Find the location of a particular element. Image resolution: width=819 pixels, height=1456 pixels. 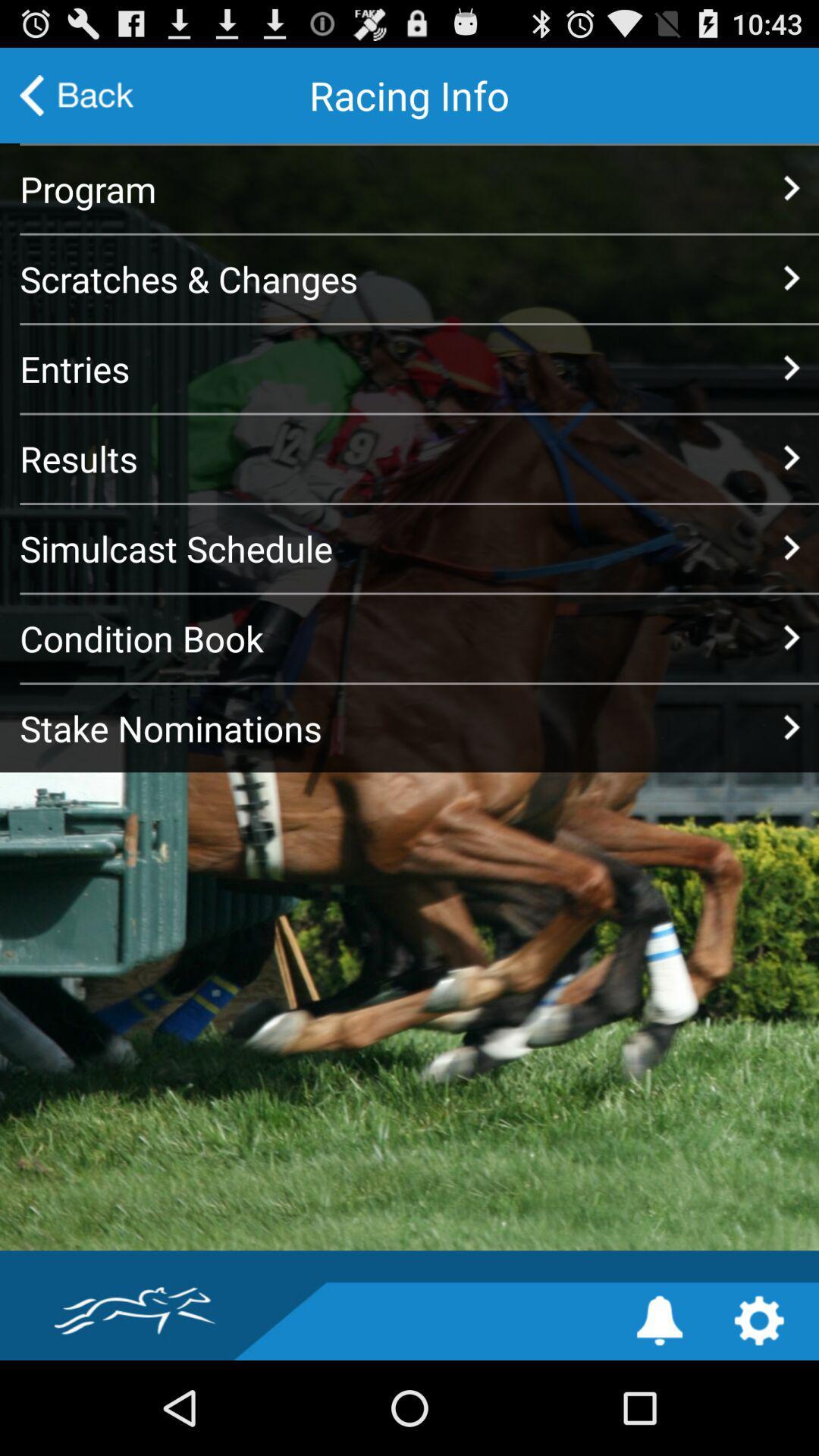

the icon at the bottom left corner is located at coordinates (118, 1319).